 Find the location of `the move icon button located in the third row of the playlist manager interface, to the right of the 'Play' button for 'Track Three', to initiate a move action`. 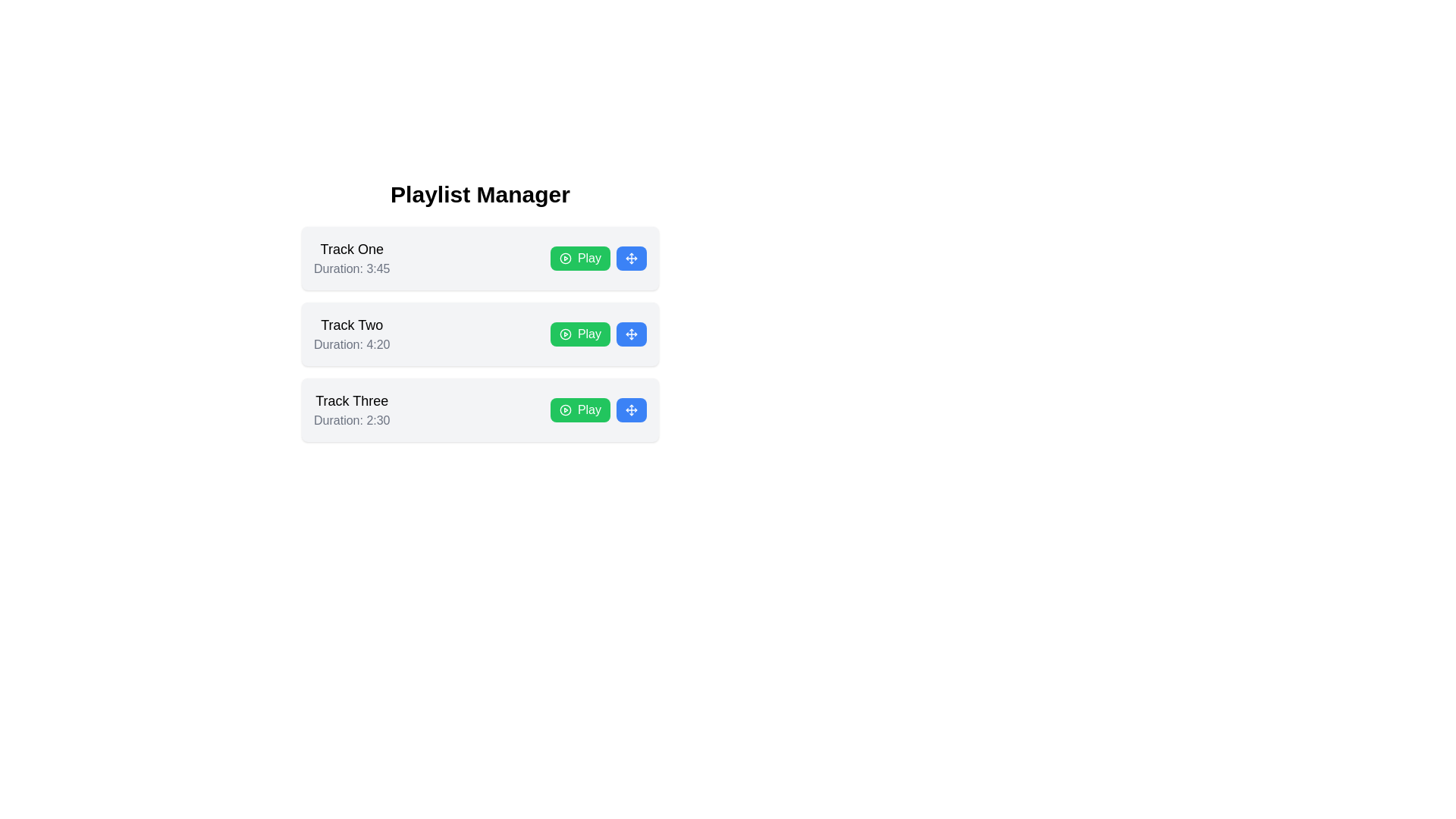

the move icon button located in the third row of the playlist manager interface, to the right of the 'Play' button for 'Track Three', to initiate a move action is located at coordinates (632, 409).